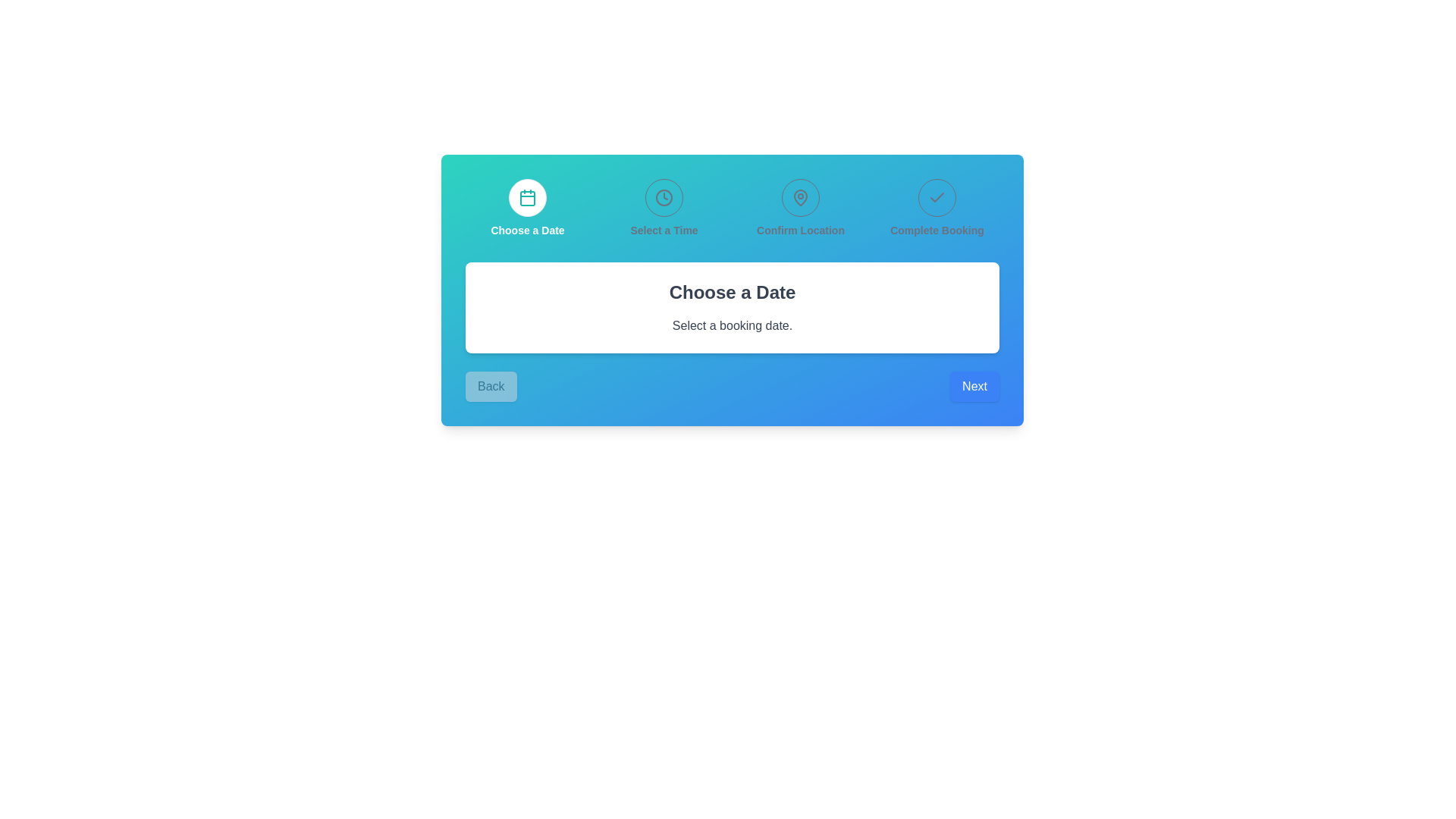 This screenshot has height=819, width=1456. Describe the element at coordinates (664, 208) in the screenshot. I see `the 'Select a Time' section by clicking on the circular navigation button with a clock symbol and the text 'Select a Time' beneath it, which is centrally placed in the second position of a four-item navigation bar` at that location.